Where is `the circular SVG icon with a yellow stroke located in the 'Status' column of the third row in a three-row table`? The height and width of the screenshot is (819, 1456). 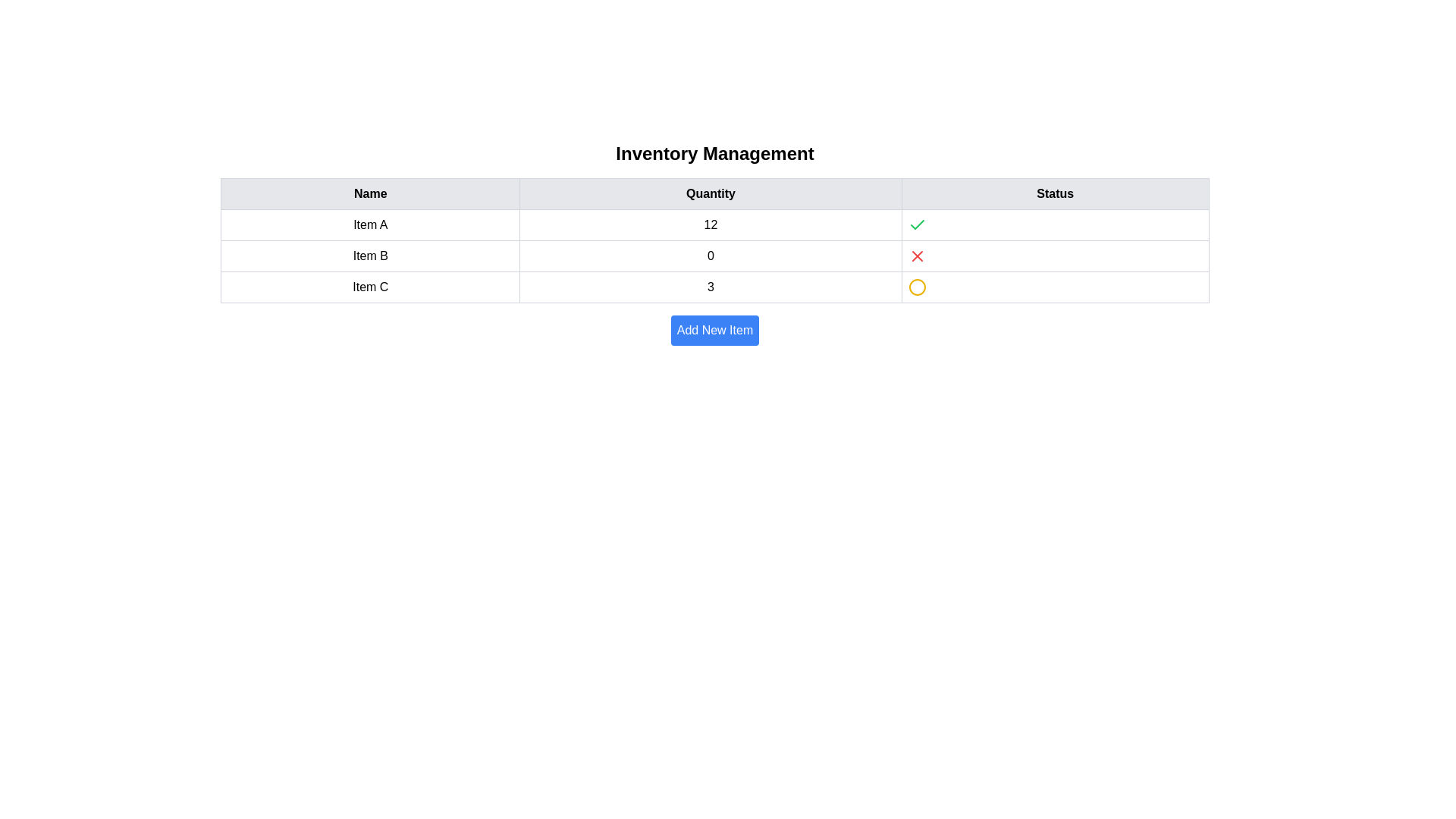 the circular SVG icon with a yellow stroke located in the 'Status' column of the third row in a three-row table is located at coordinates (916, 287).